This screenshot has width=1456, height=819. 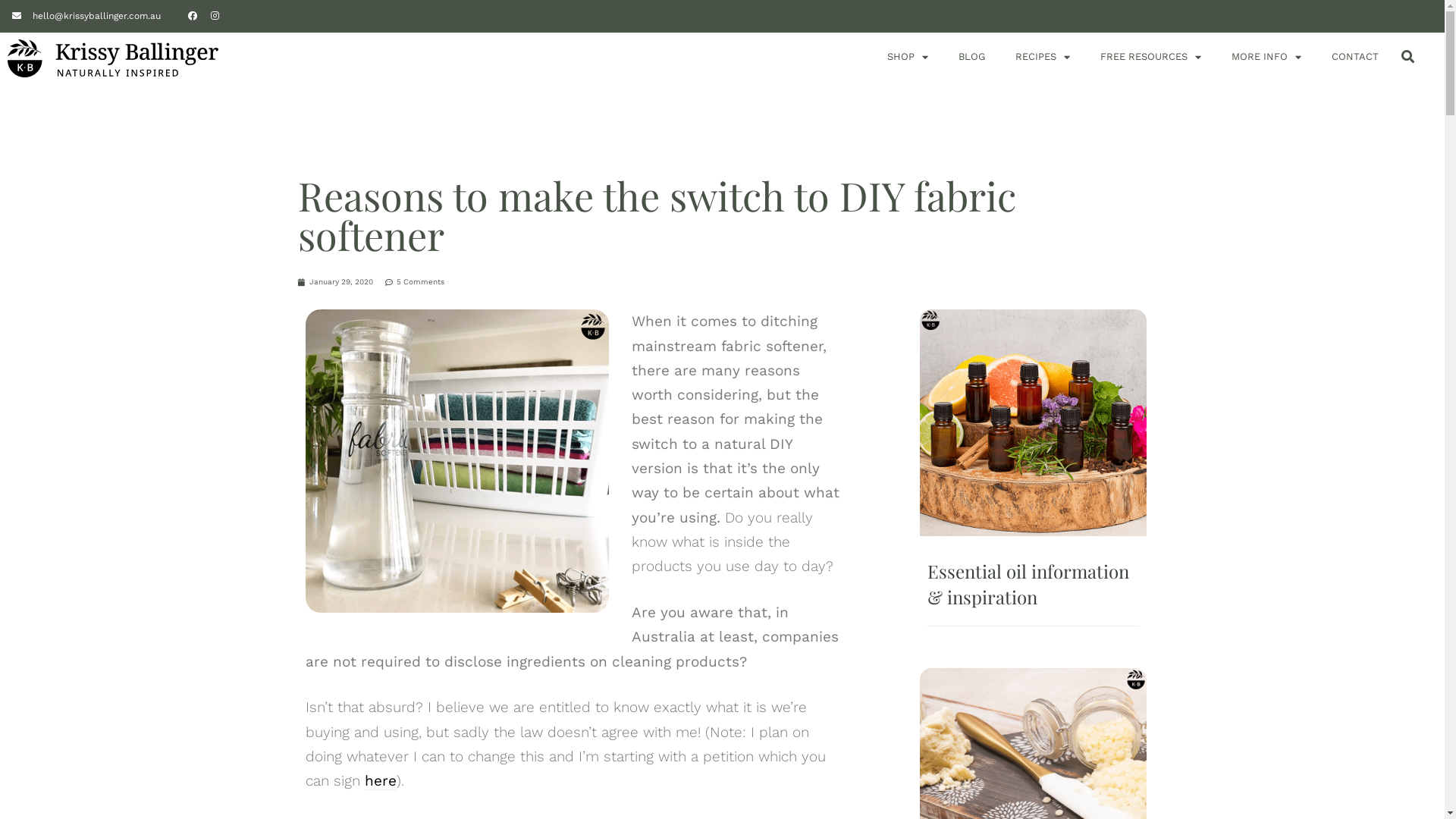 I want to click on 'SHOP', so click(x=907, y=55).